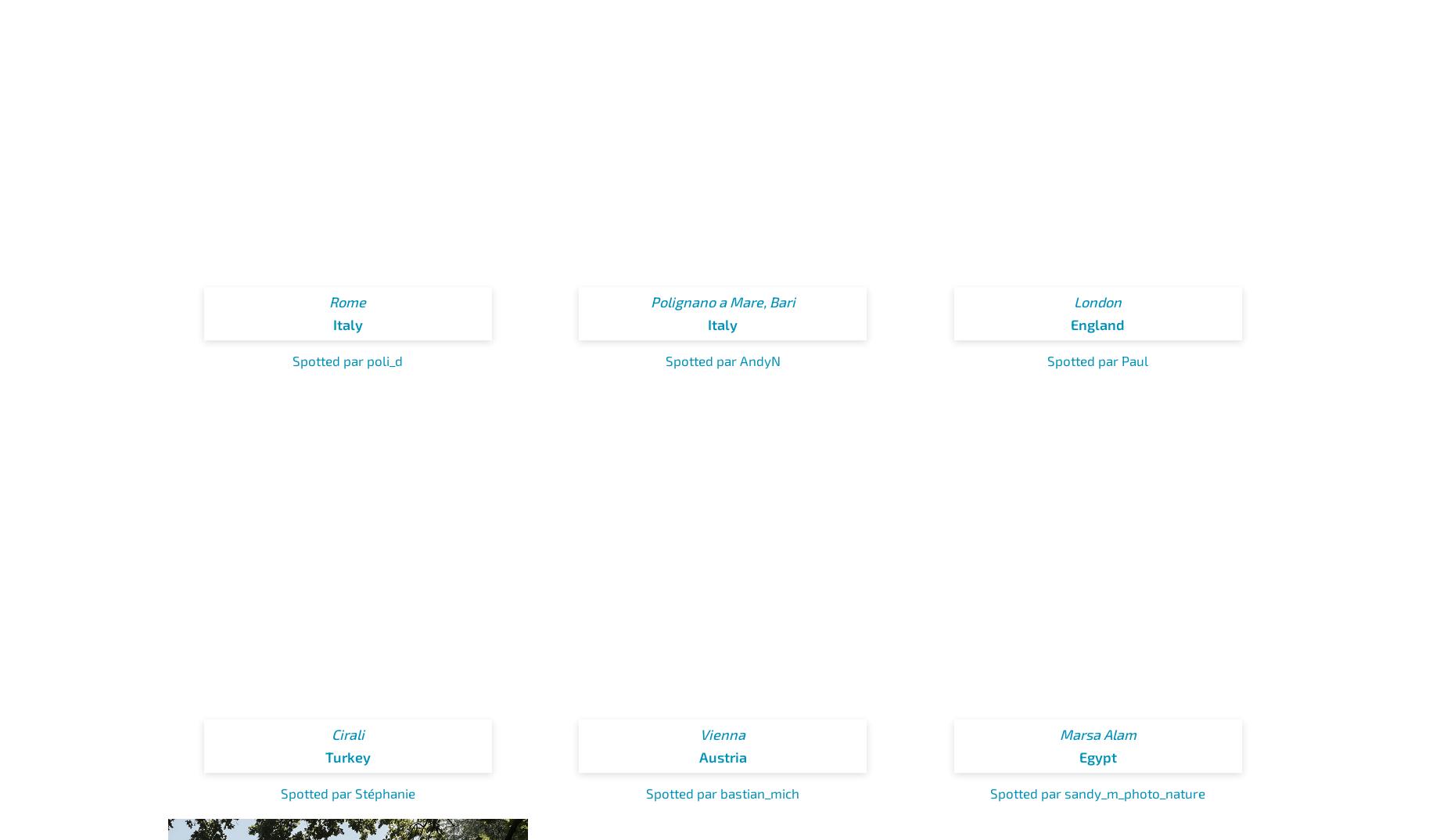 The image size is (1447, 840). What do you see at coordinates (1097, 791) in the screenshot?
I see `'Spotted par sandy_m_photo_nature'` at bounding box center [1097, 791].